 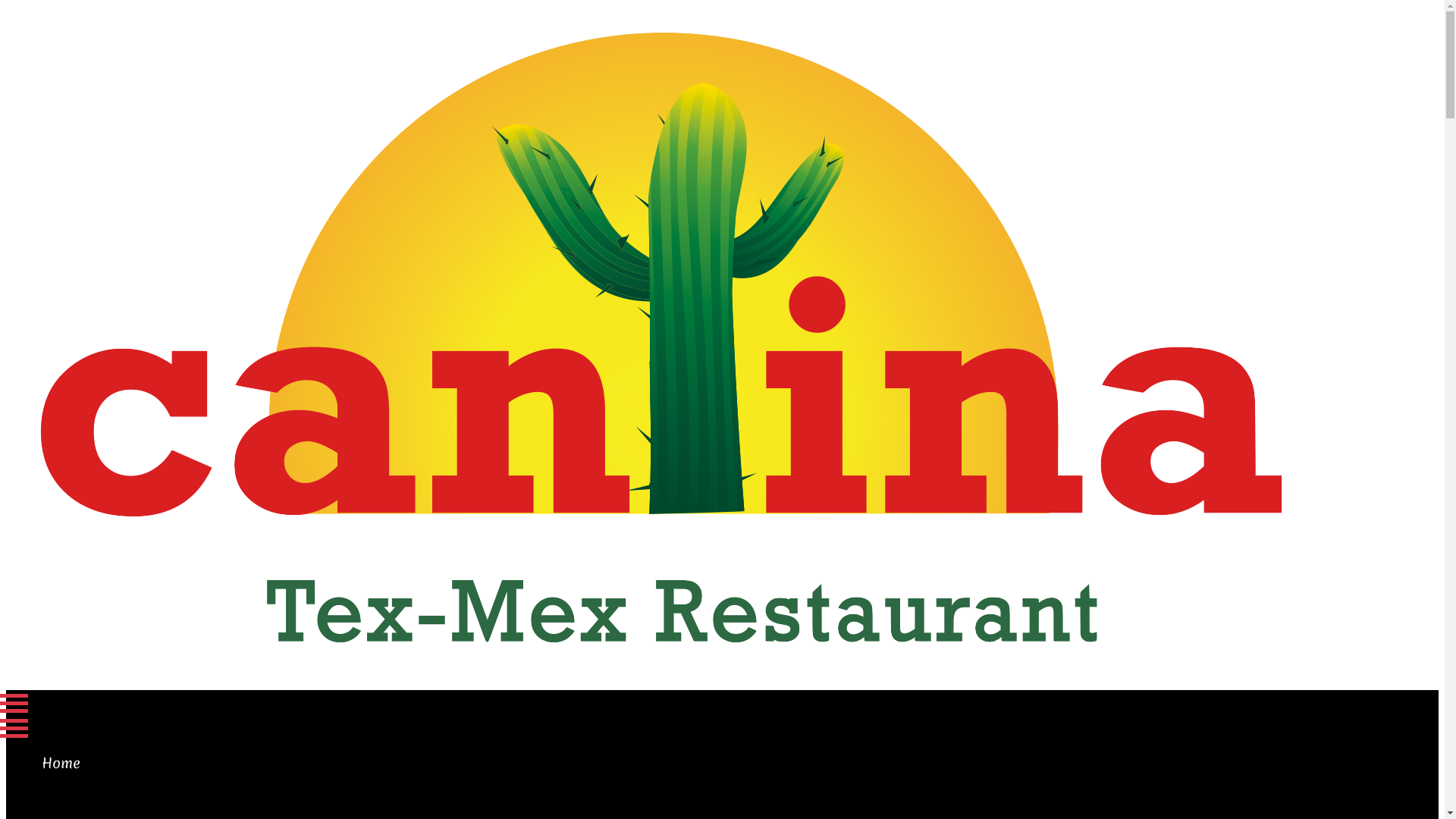 I want to click on 'Home', so click(x=61, y=763).